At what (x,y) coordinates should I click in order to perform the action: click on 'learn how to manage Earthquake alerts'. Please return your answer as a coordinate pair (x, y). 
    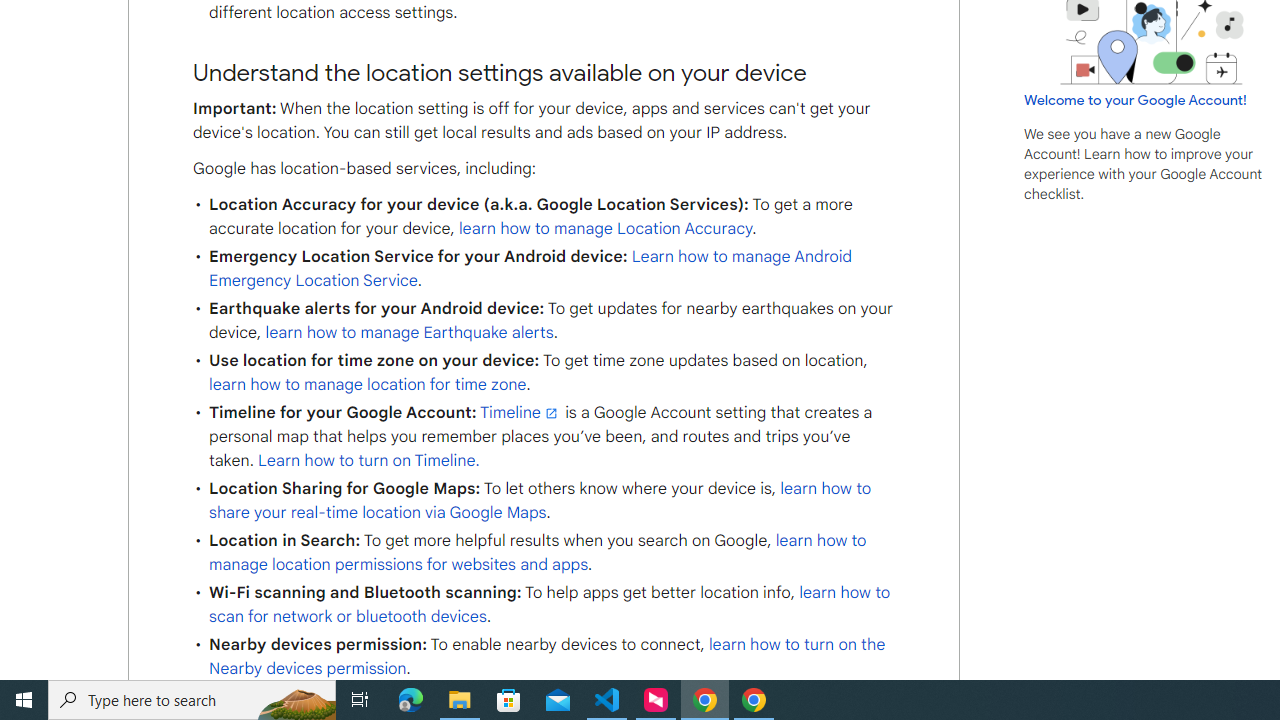
    Looking at the image, I should click on (408, 332).